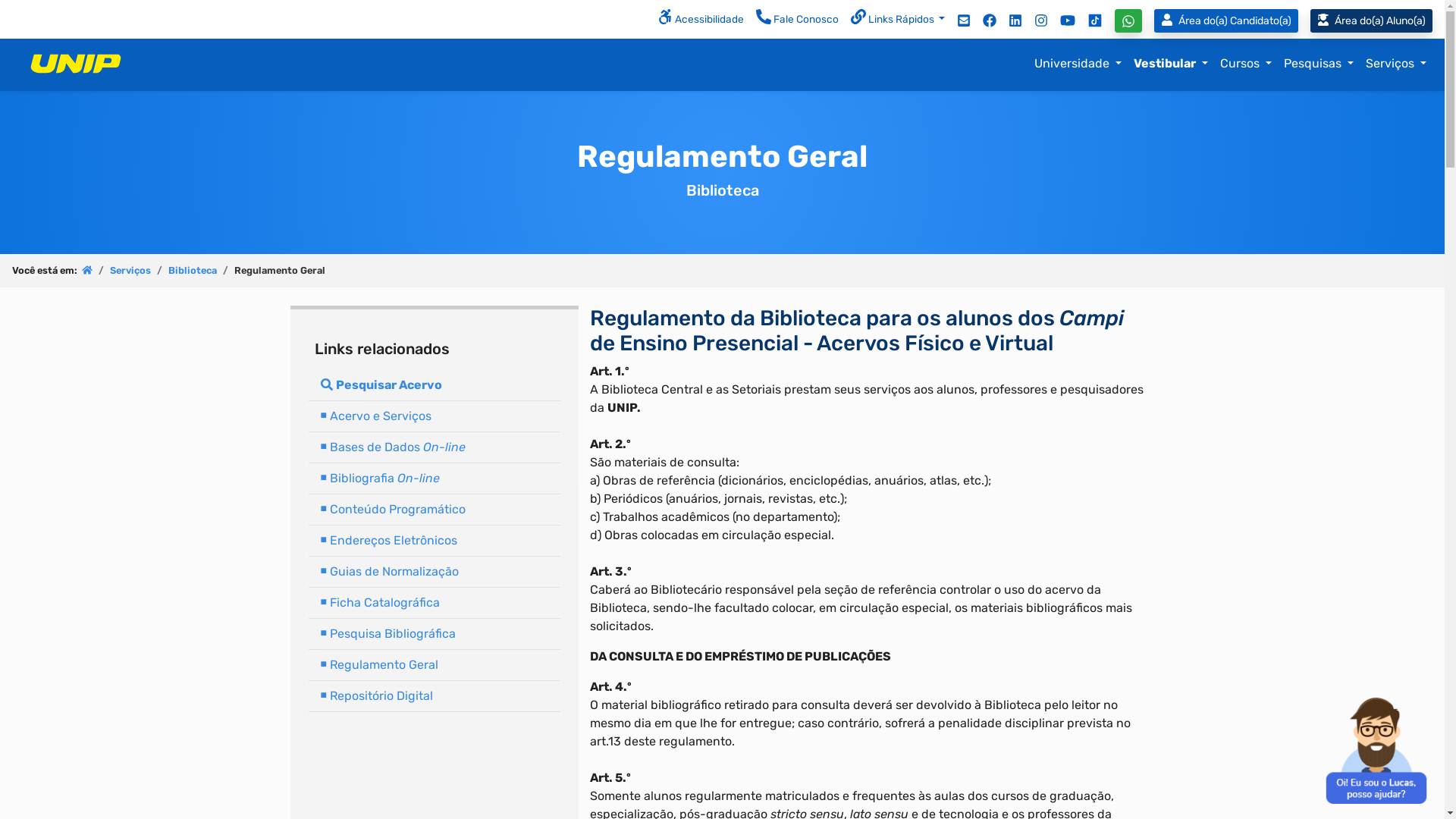 The height and width of the screenshot is (819, 1456). Describe the element at coordinates (1226, 20) in the screenshot. I see `'Candidato(a)'` at that location.